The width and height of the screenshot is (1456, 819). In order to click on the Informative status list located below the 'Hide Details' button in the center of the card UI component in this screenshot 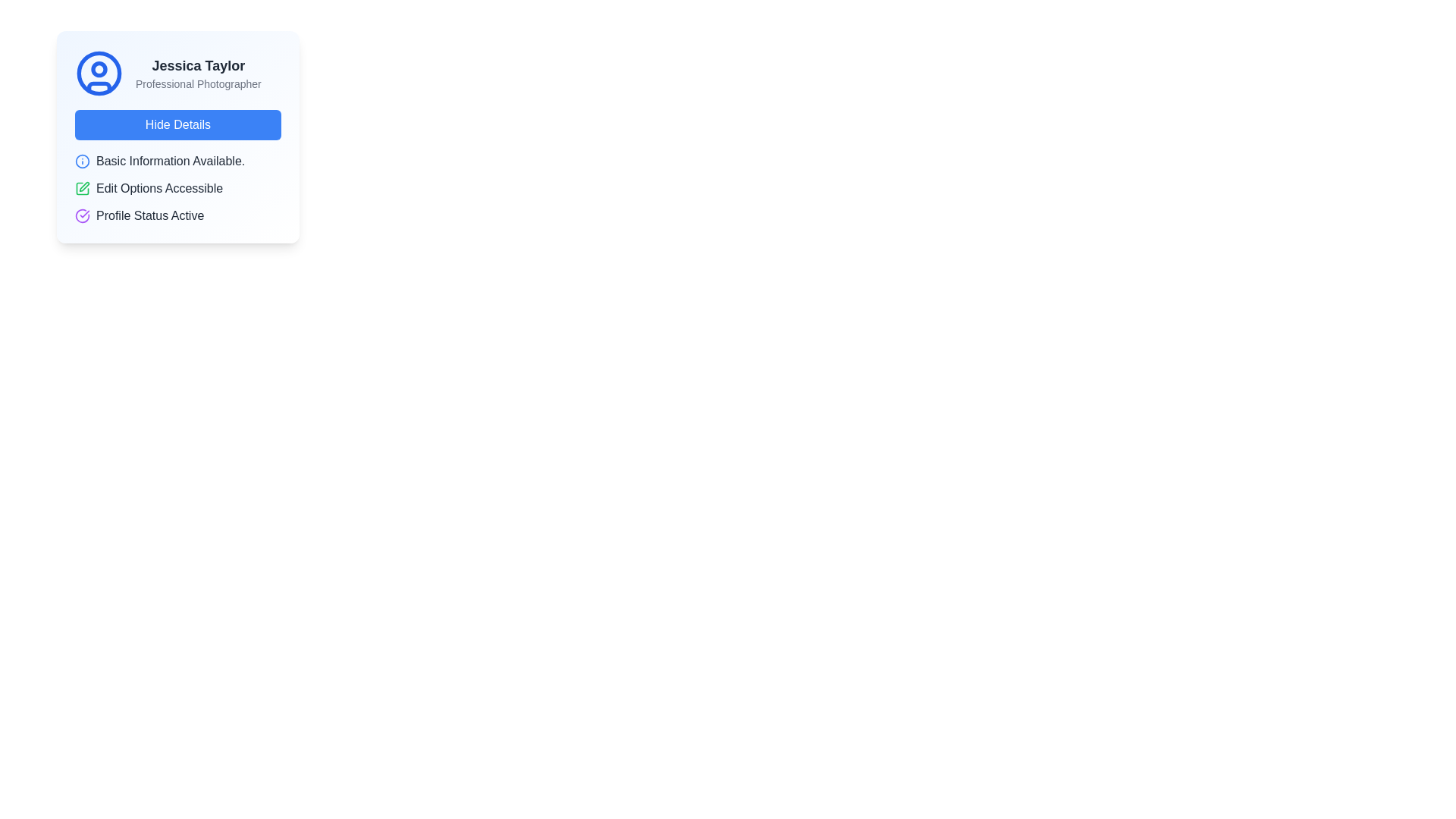, I will do `click(178, 188)`.